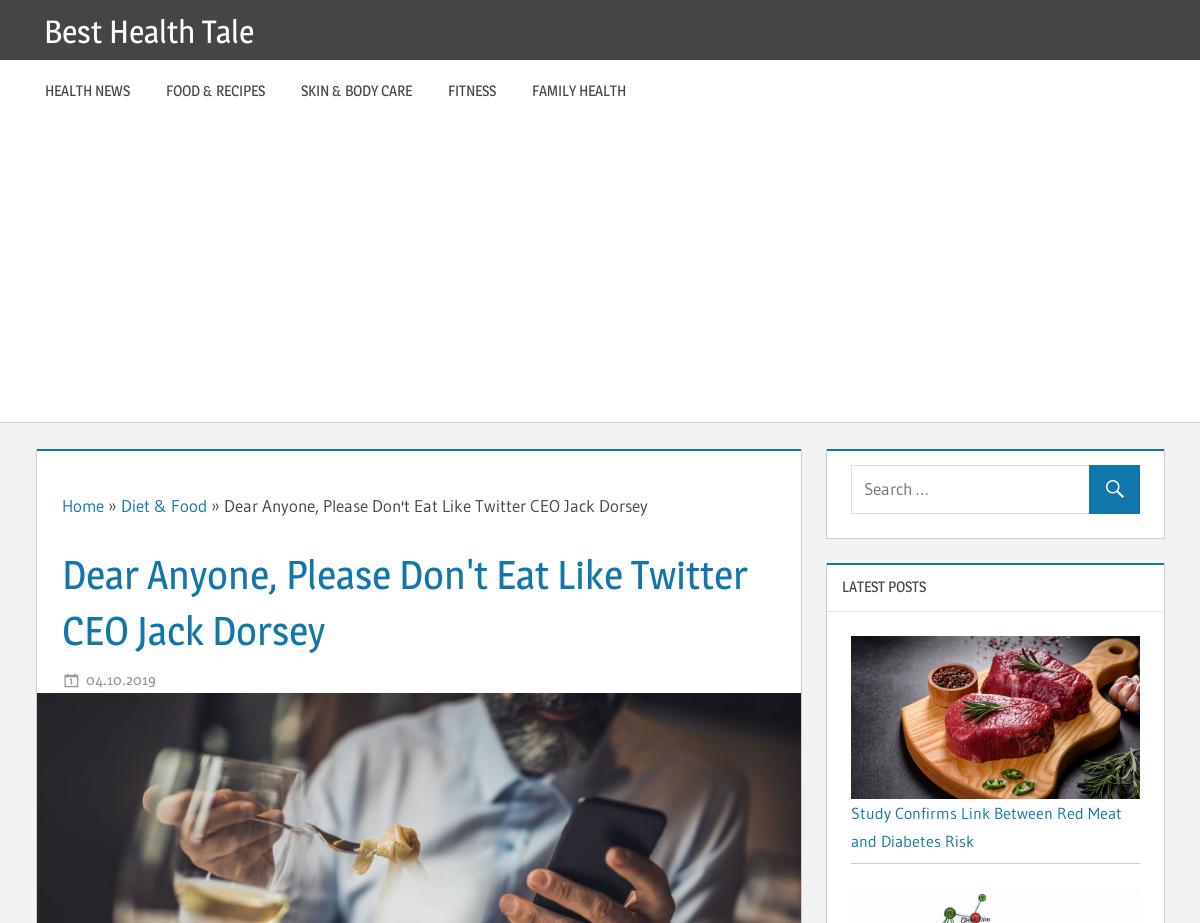 The width and height of the screenshot is (1200, 923). Describe the element at coordinates (985, 824) in the screenshot. I see `'Study Confirms Link Between Red Meat and Diabetes Risk'` at that location.